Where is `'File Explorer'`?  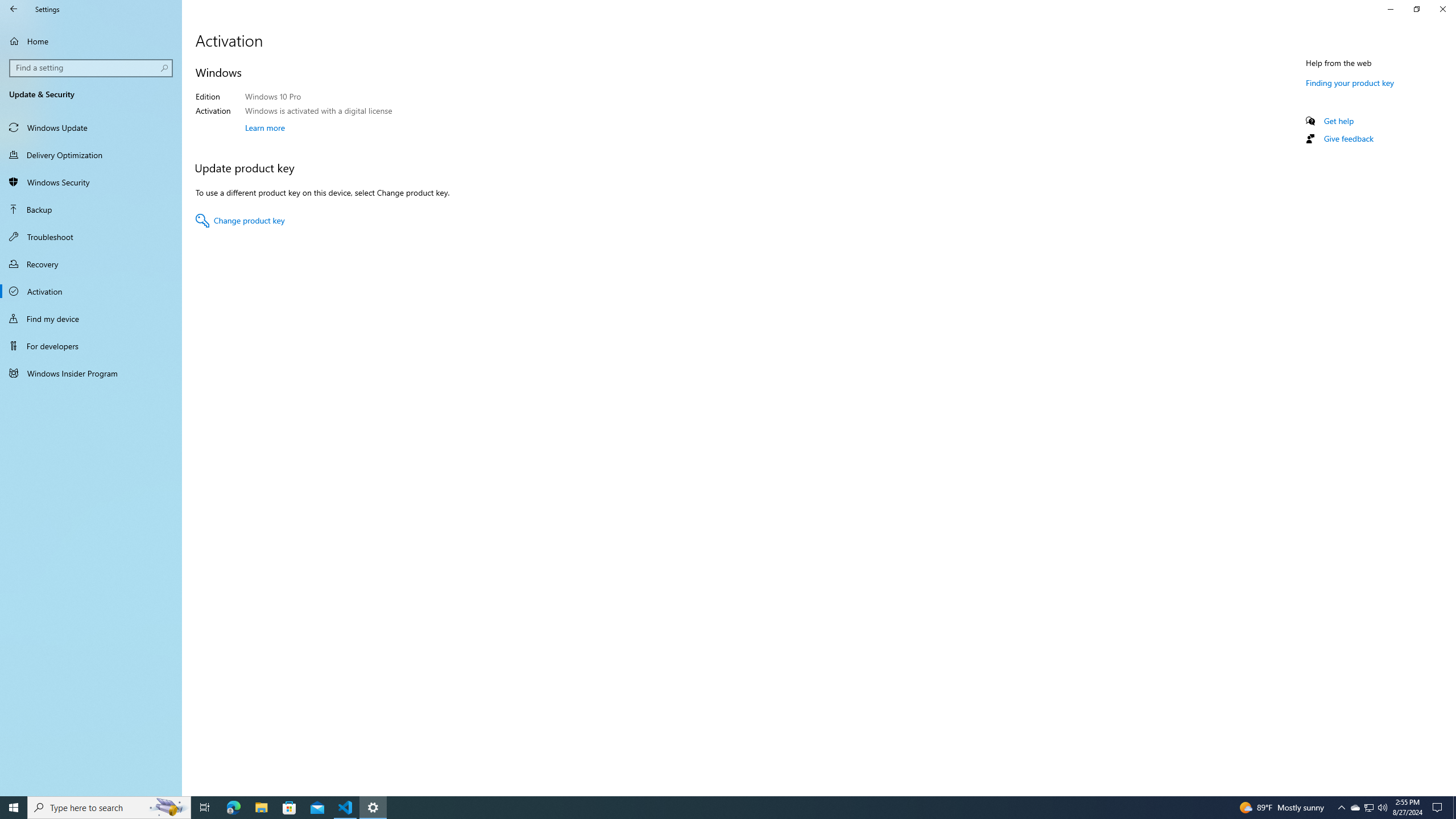 'File Explorer' is located at coordinates (260, 806).